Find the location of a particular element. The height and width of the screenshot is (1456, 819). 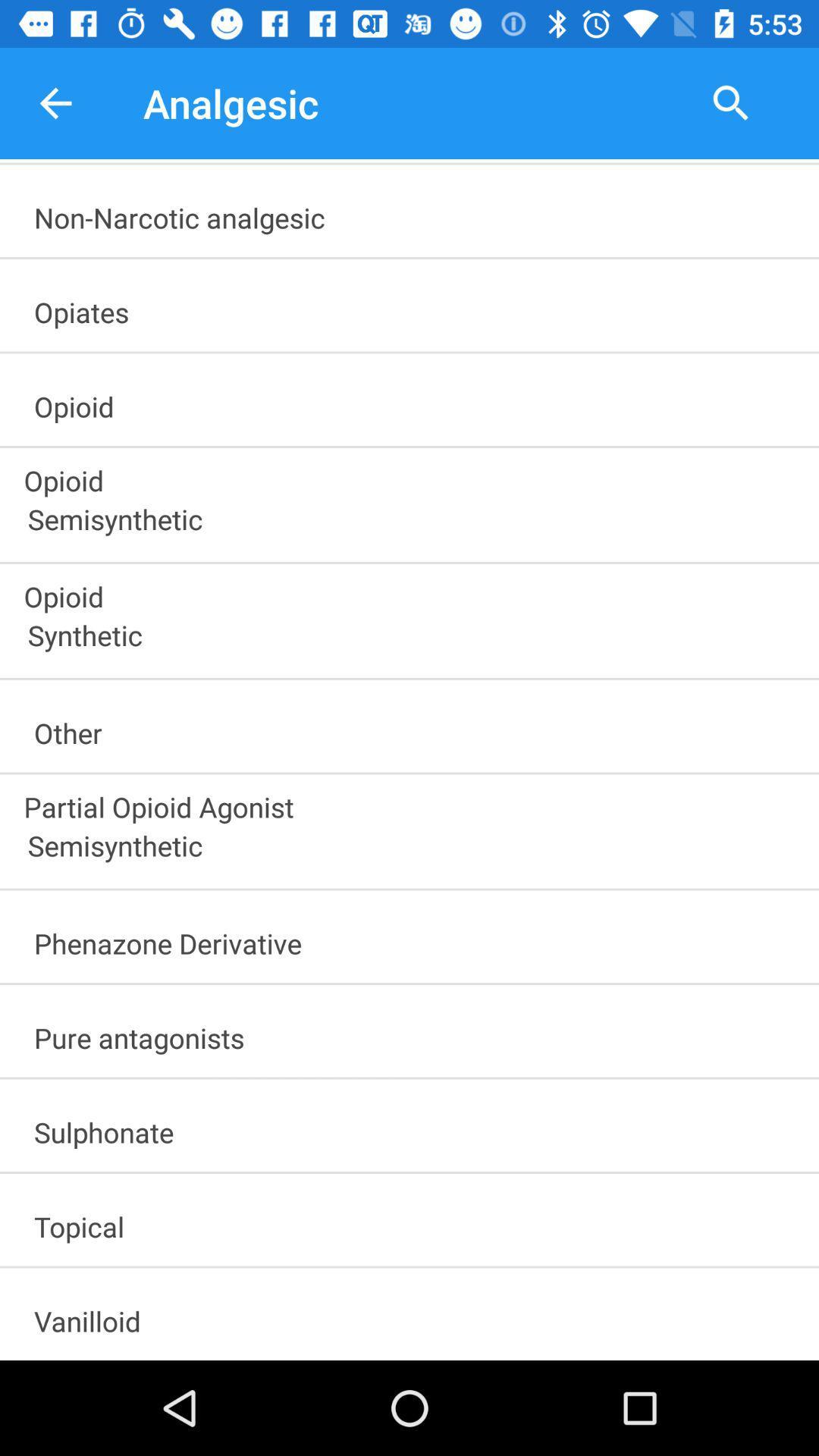

phenazone derivative item is located at coordinates (416, 937).